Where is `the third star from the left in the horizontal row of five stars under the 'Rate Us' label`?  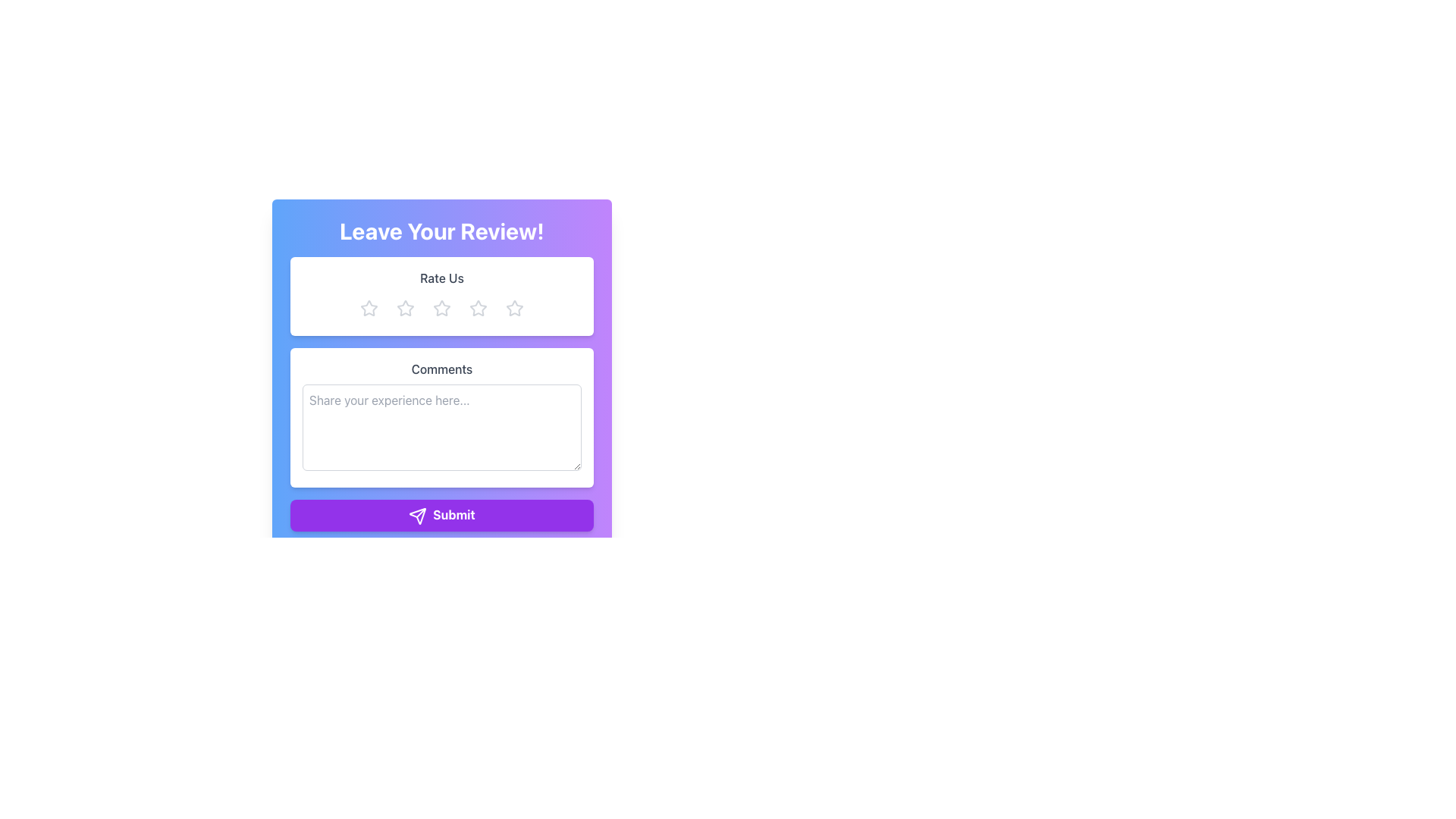 the third star from the left in the horizontal row of five stars under the 'Rate Us' label is located at coordinates (477, 308).